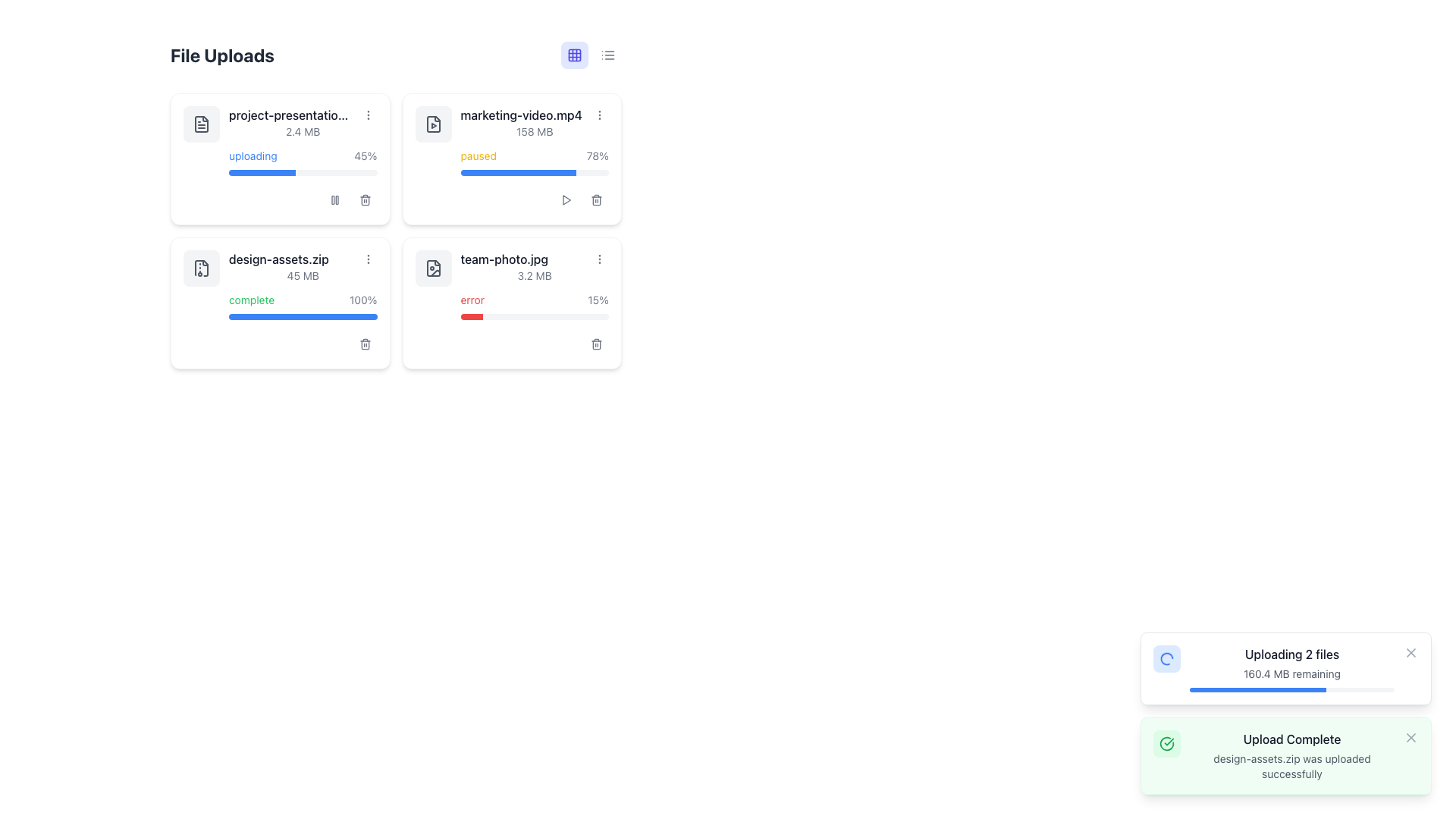 The width and height of the screenshot is (1456, 819). Describe the element at coordinates (200, 268) in the screenshot. I see `the zipped archive icon indicating the 'design-assets.zip' file in the 'File Uploads' section, located at the top-left corner of the second row` at that location.